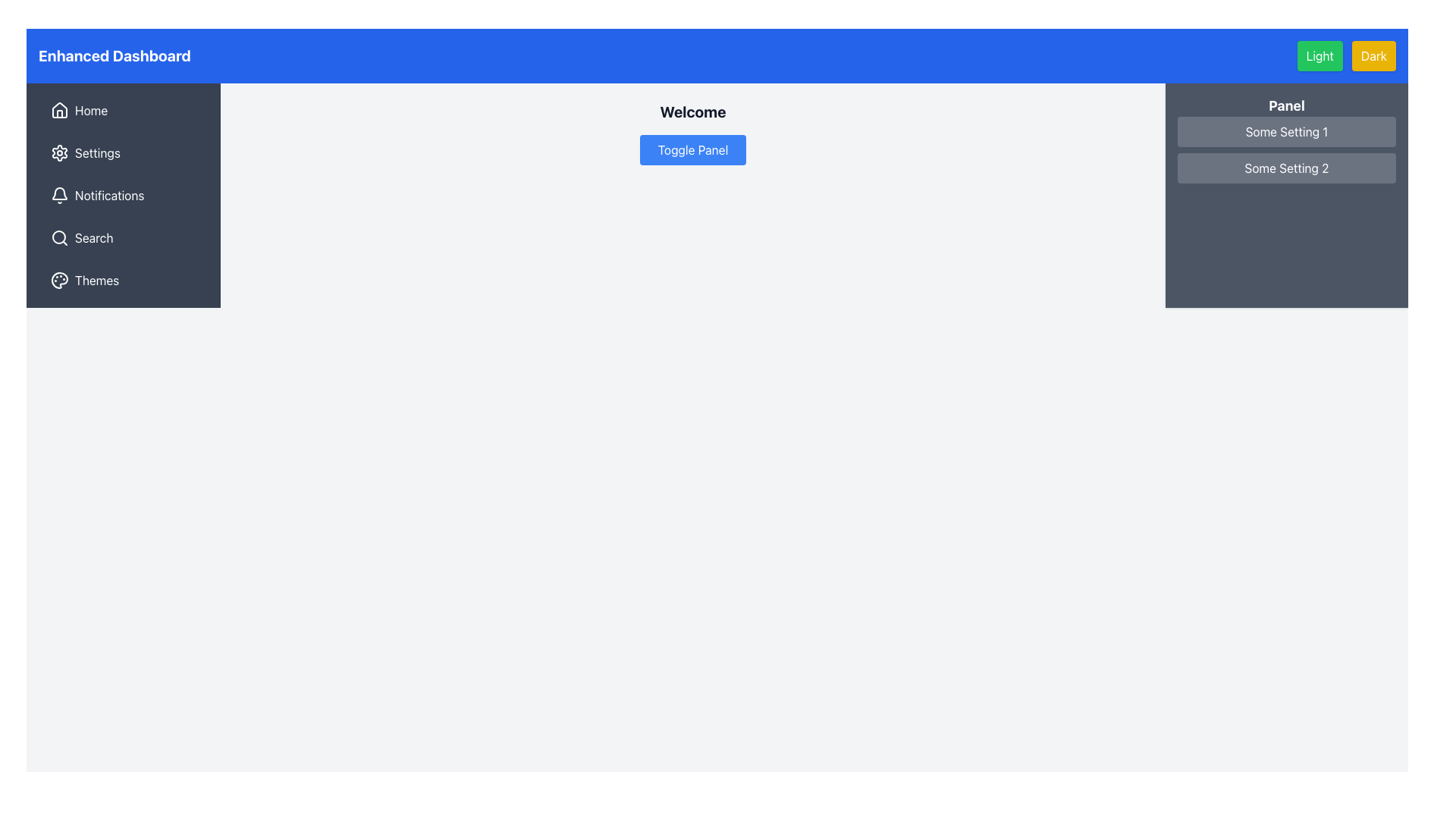  I want to click on the 'Dark' button in the Button group located in the top-right corner of the interface, adjacent to the title 'Enhanced Dashboard', so click(1346, 55).